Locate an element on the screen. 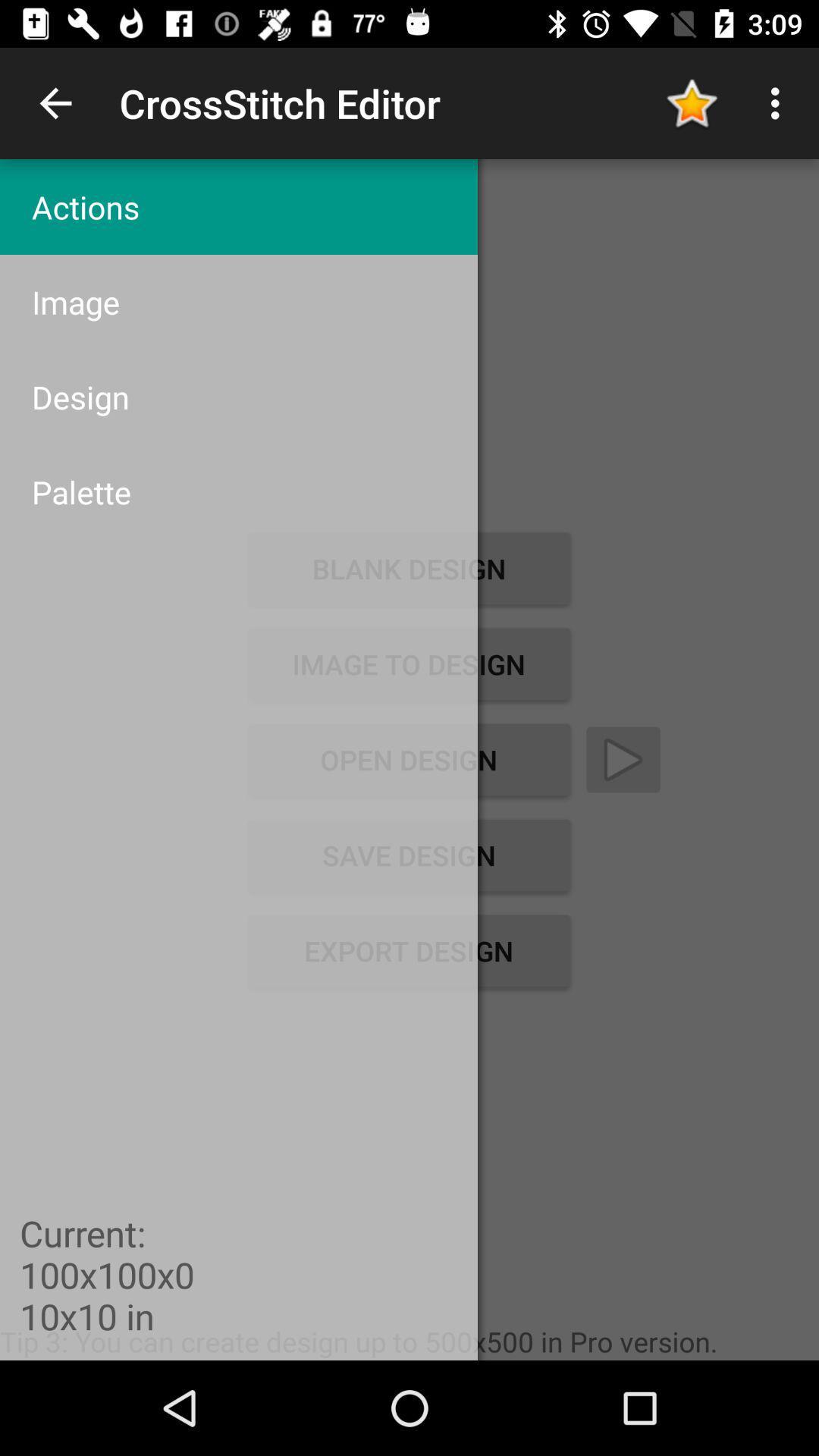  app next to crossstitch editor item is located at coordinates (55, 102).